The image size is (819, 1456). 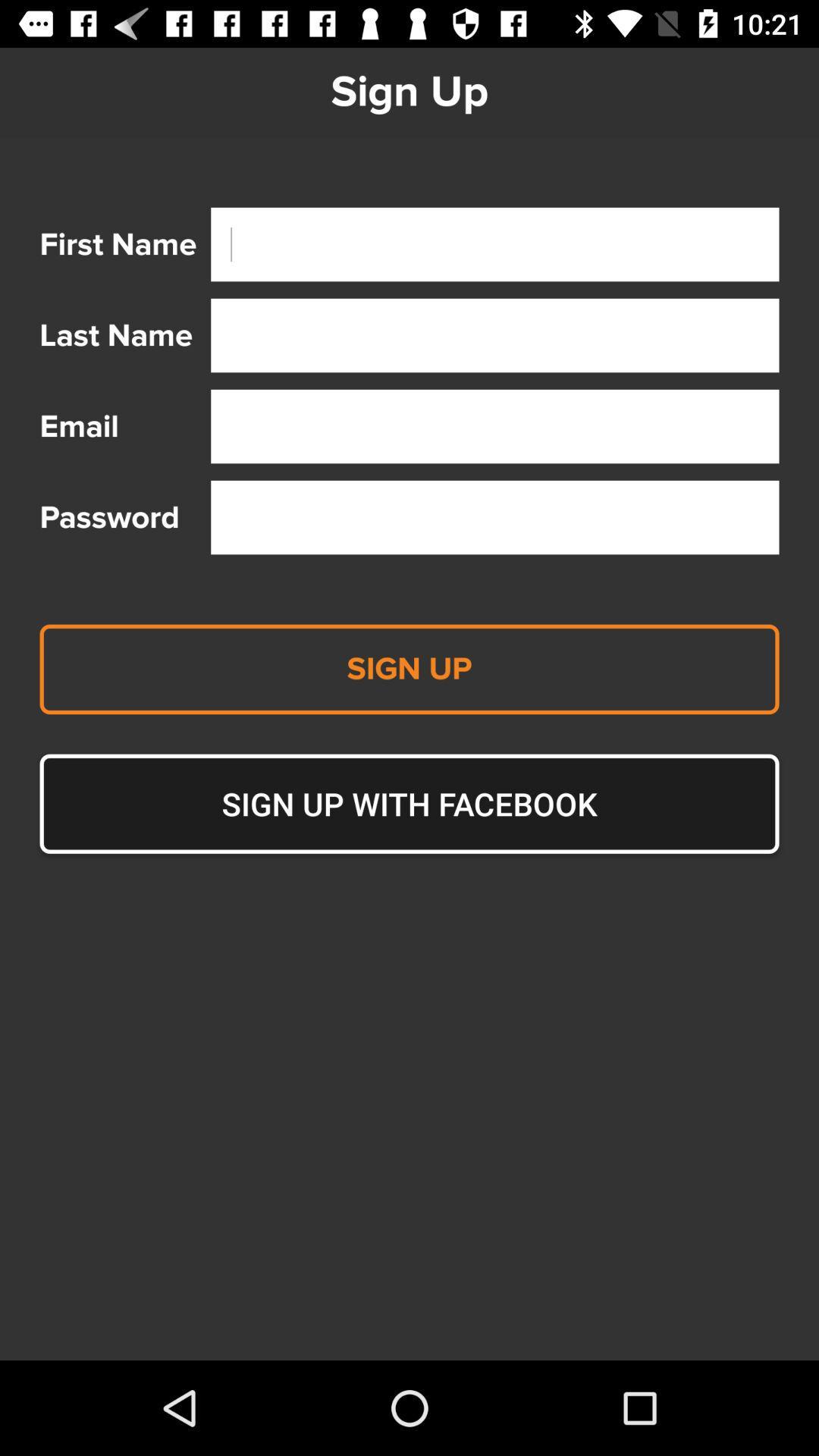 I want to click on the icon above sign up icon, so click(x=494, y=517).